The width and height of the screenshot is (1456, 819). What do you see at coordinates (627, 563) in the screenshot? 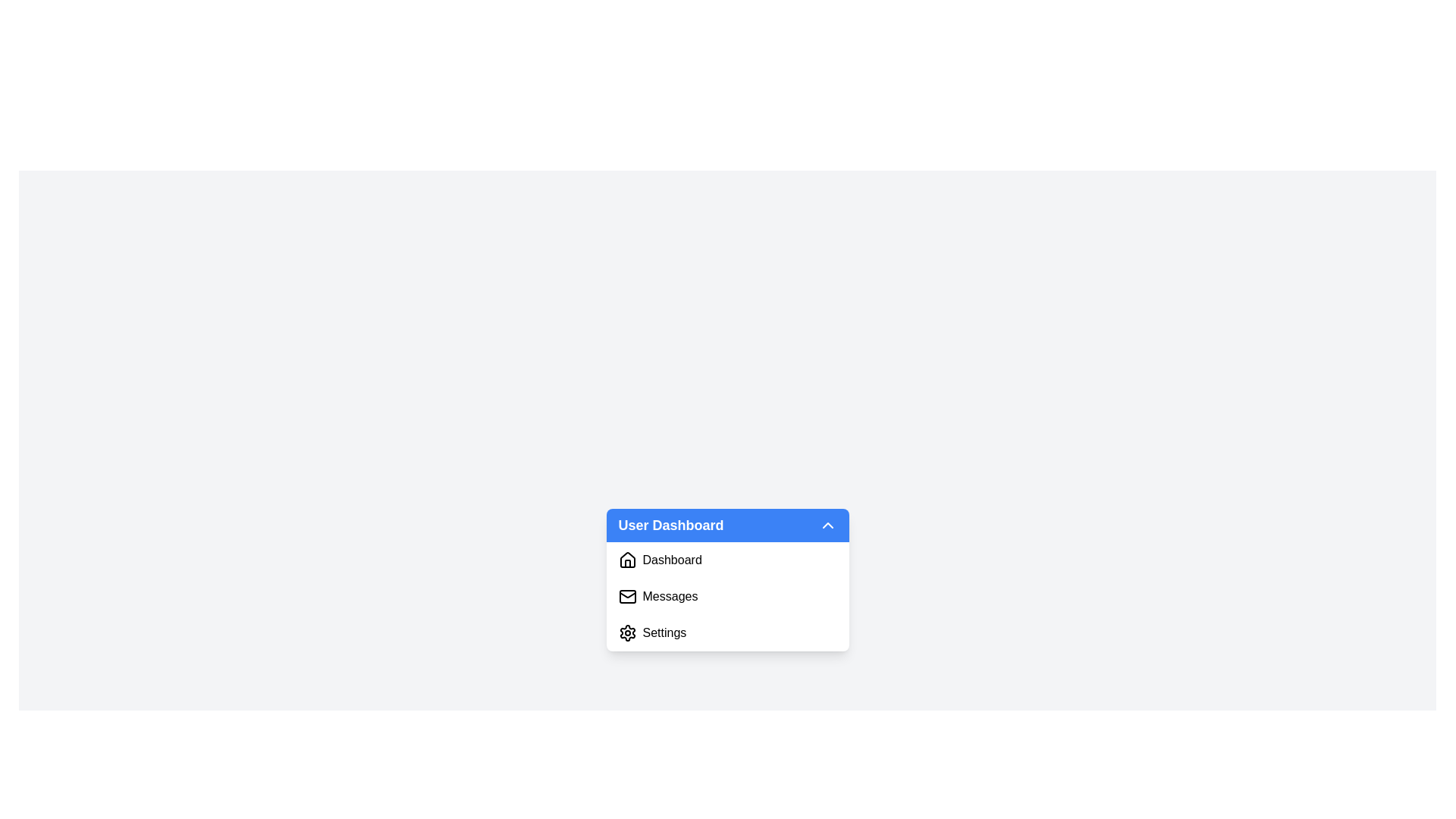
I see `the bottom portion of the house icon representing the 'Dashboard' option` at bounding box center [627, 563].